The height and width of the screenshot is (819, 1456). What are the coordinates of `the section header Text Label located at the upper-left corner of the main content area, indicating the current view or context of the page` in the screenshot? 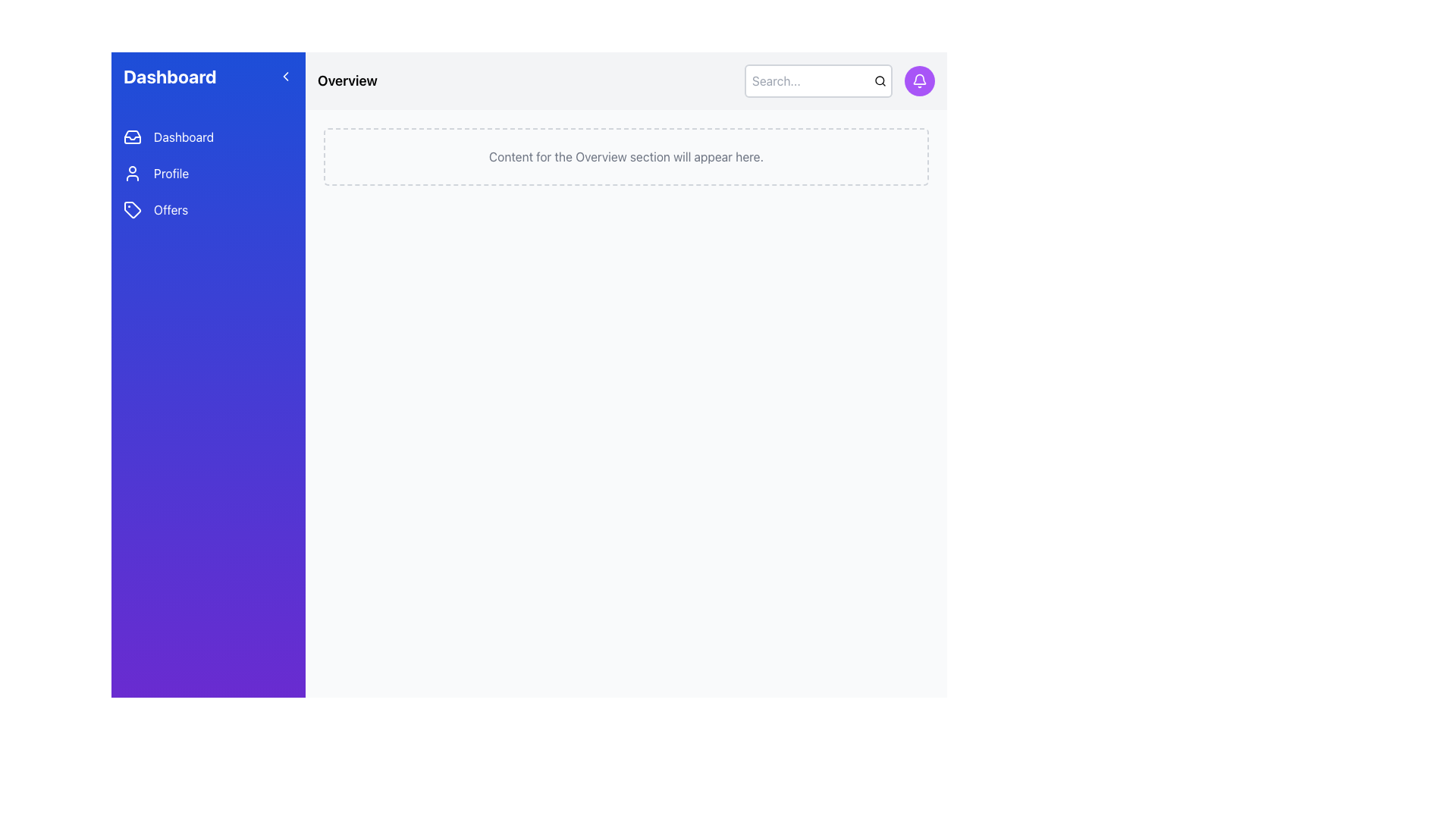 It's located at (347, 81).